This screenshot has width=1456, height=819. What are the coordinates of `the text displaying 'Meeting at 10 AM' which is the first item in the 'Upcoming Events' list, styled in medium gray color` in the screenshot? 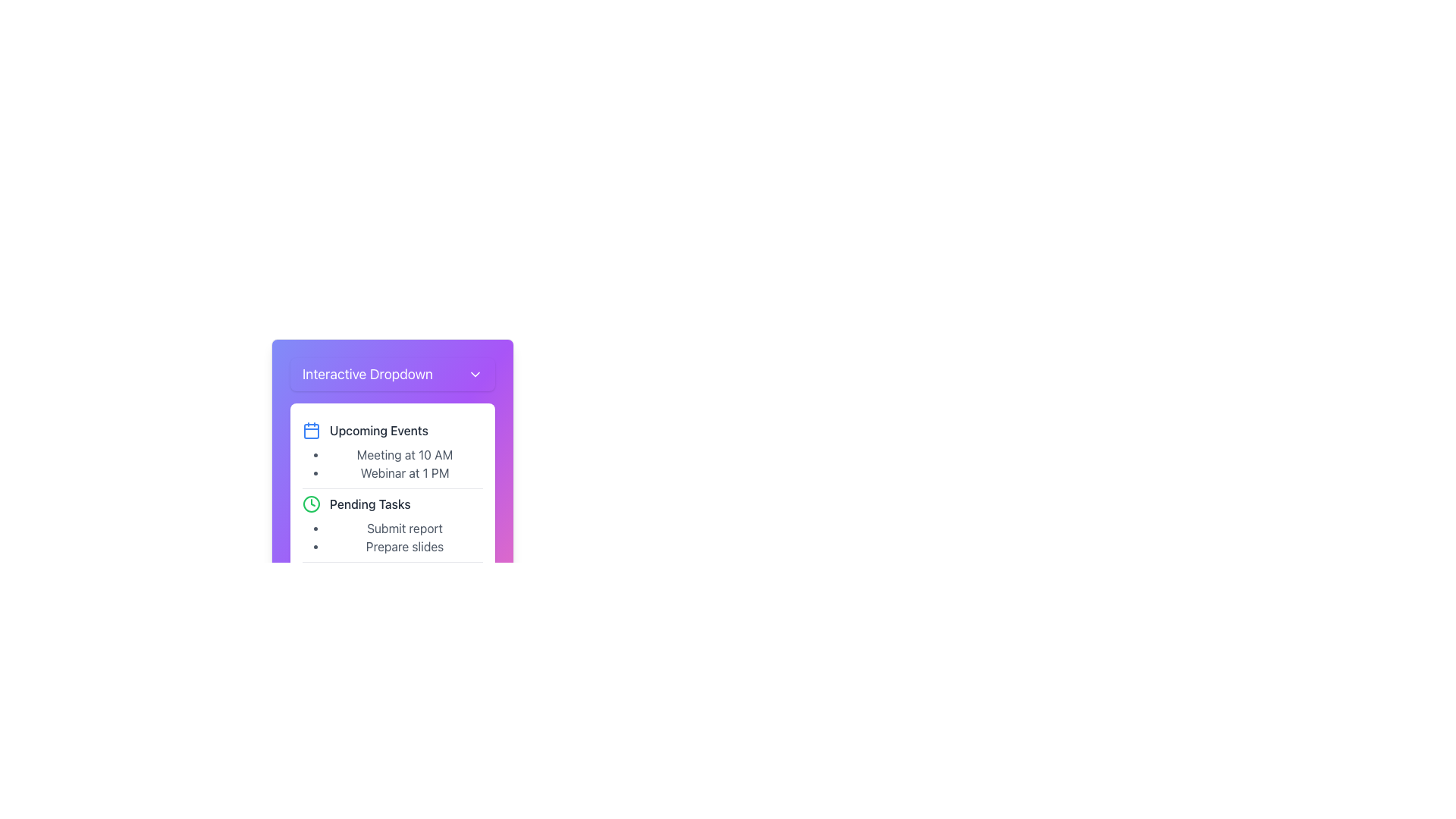 It's located at (404, 454).